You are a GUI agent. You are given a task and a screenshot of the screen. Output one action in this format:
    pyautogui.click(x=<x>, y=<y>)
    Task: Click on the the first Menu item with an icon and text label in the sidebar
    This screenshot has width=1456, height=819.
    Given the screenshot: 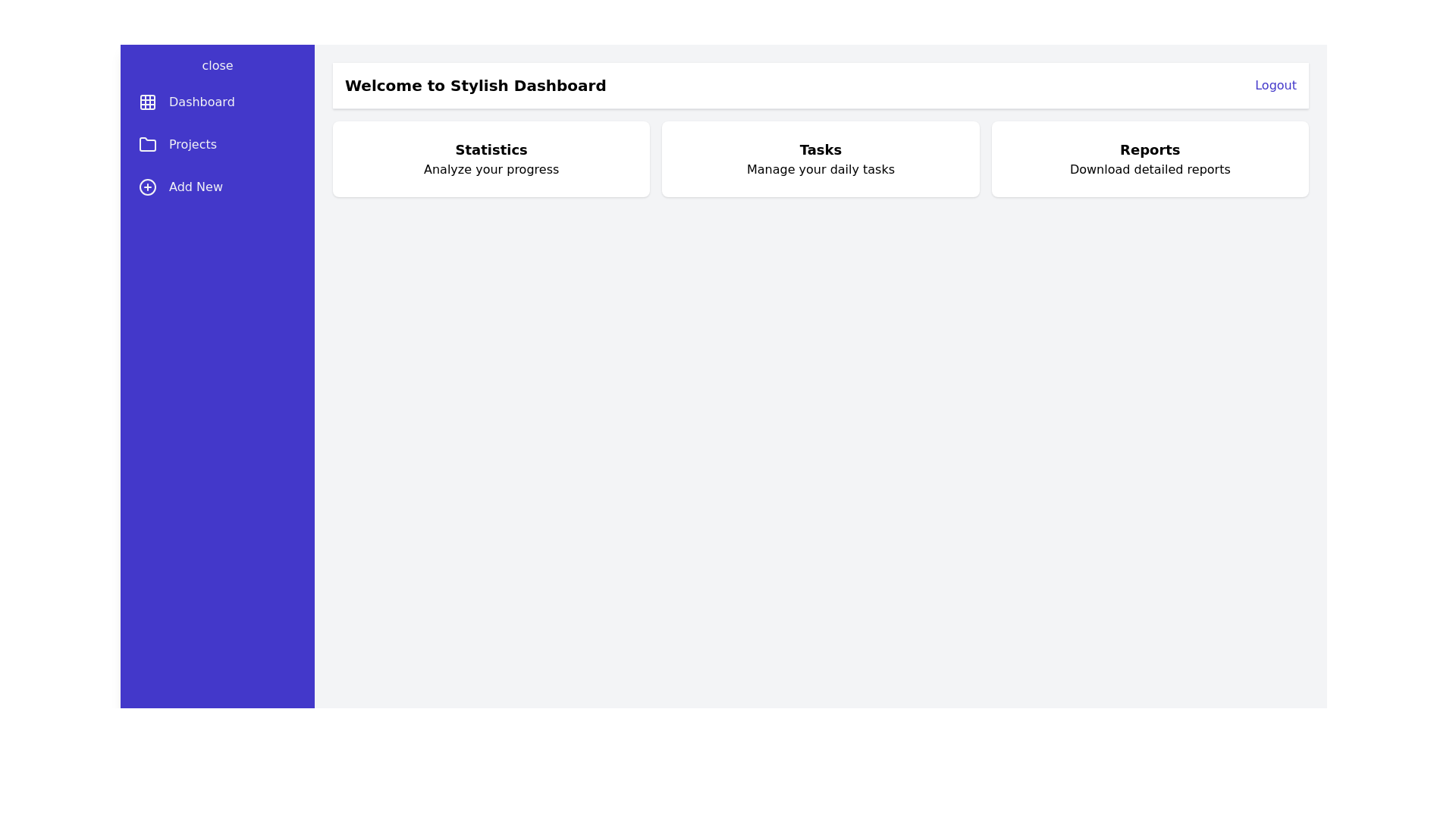 What is the action you would take?
    pyautogui.click(x=217, y=102)
    